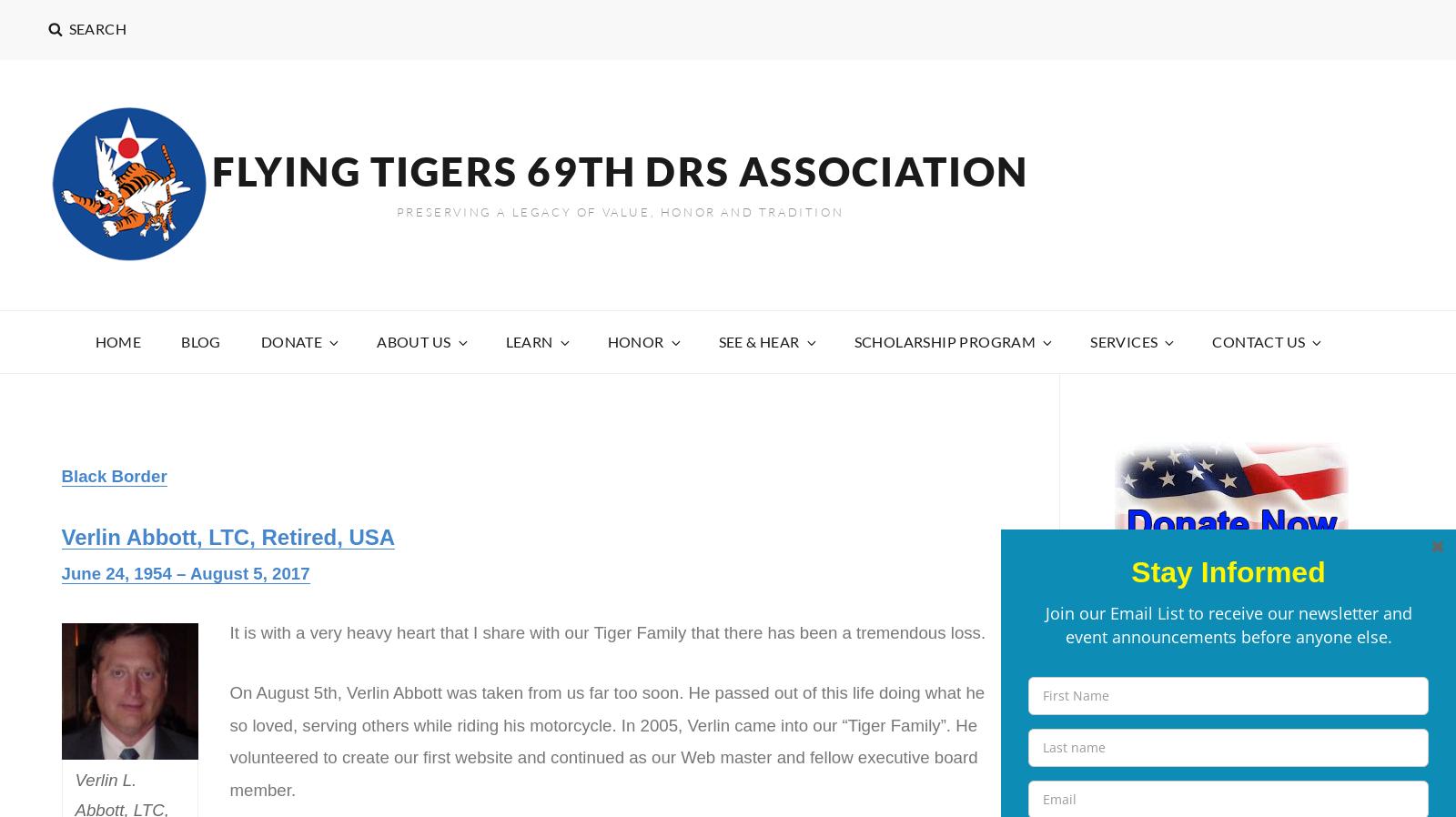  I want to click on 'ABOUT US', so click(412, 340).